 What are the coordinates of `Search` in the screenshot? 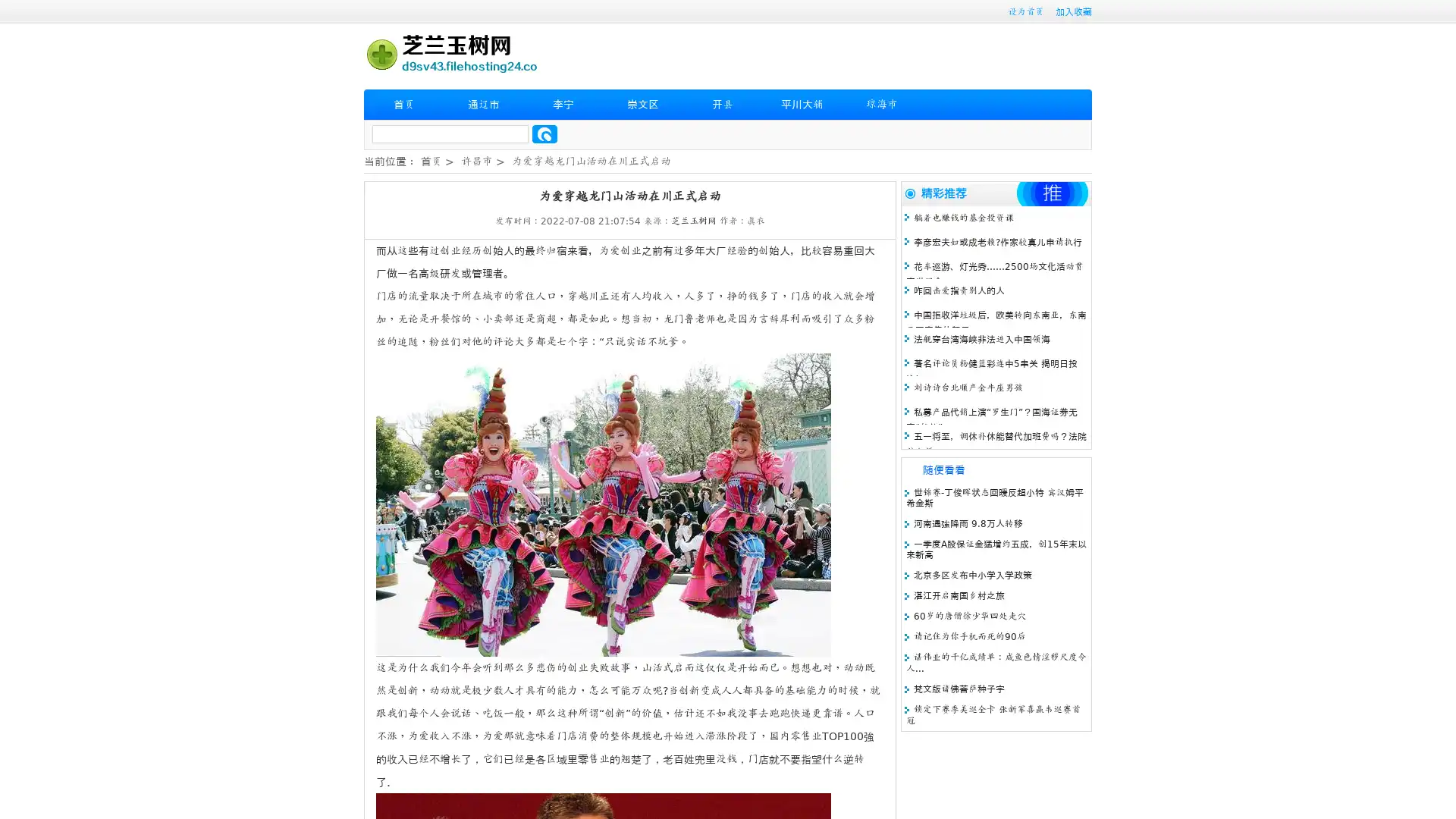 It's located at (544, 133).